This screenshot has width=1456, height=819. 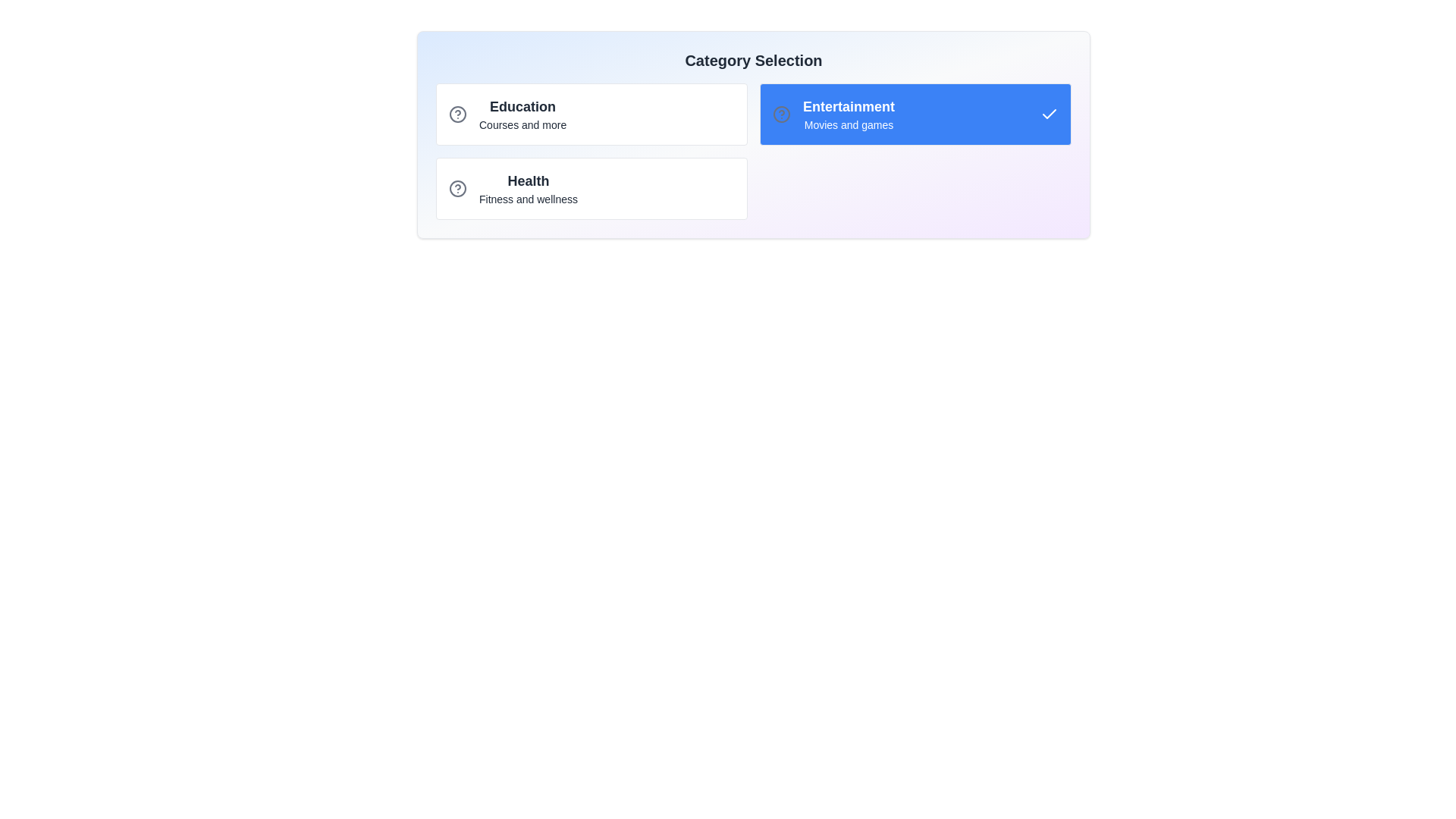 What do you see at coordinates (457, 188) in the screenshot?
I see `the help icon next to the category Health to view its description` at bounding box center [457, 188].